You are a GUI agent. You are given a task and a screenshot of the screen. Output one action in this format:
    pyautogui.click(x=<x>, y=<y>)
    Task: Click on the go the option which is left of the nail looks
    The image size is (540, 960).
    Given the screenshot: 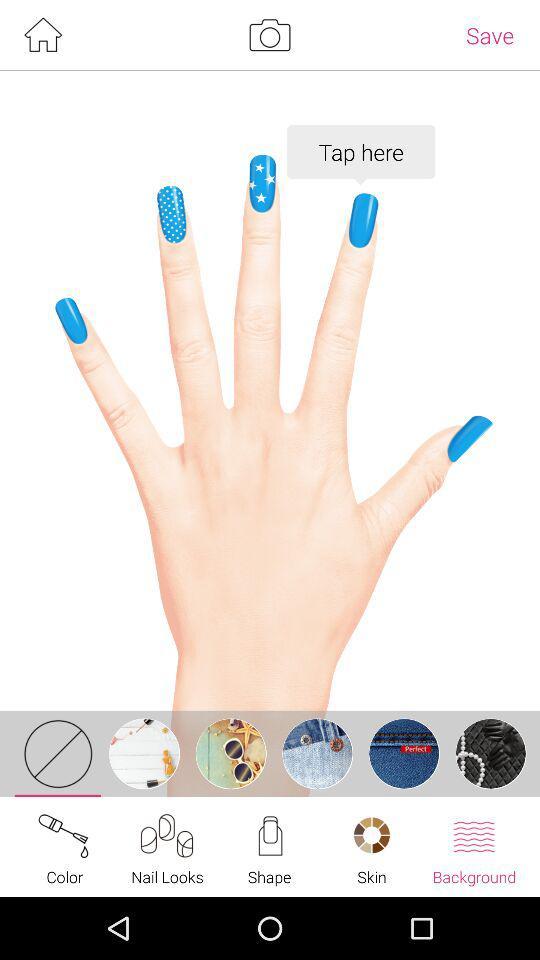 What is the action you would take?
    pyautogui.click(x=65, y=846)
    